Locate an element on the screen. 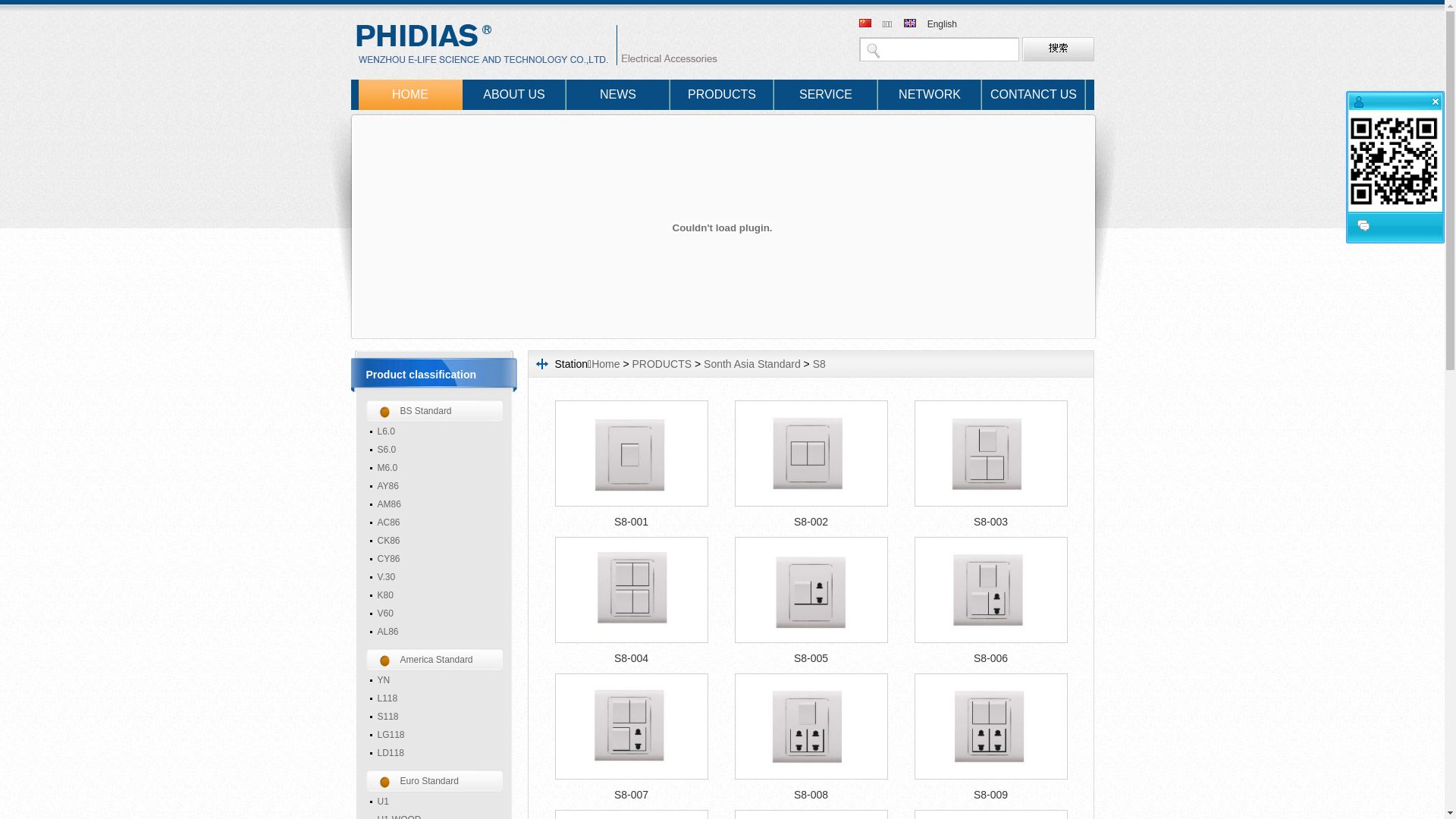  'Home' is located at coordinates (604, 363).